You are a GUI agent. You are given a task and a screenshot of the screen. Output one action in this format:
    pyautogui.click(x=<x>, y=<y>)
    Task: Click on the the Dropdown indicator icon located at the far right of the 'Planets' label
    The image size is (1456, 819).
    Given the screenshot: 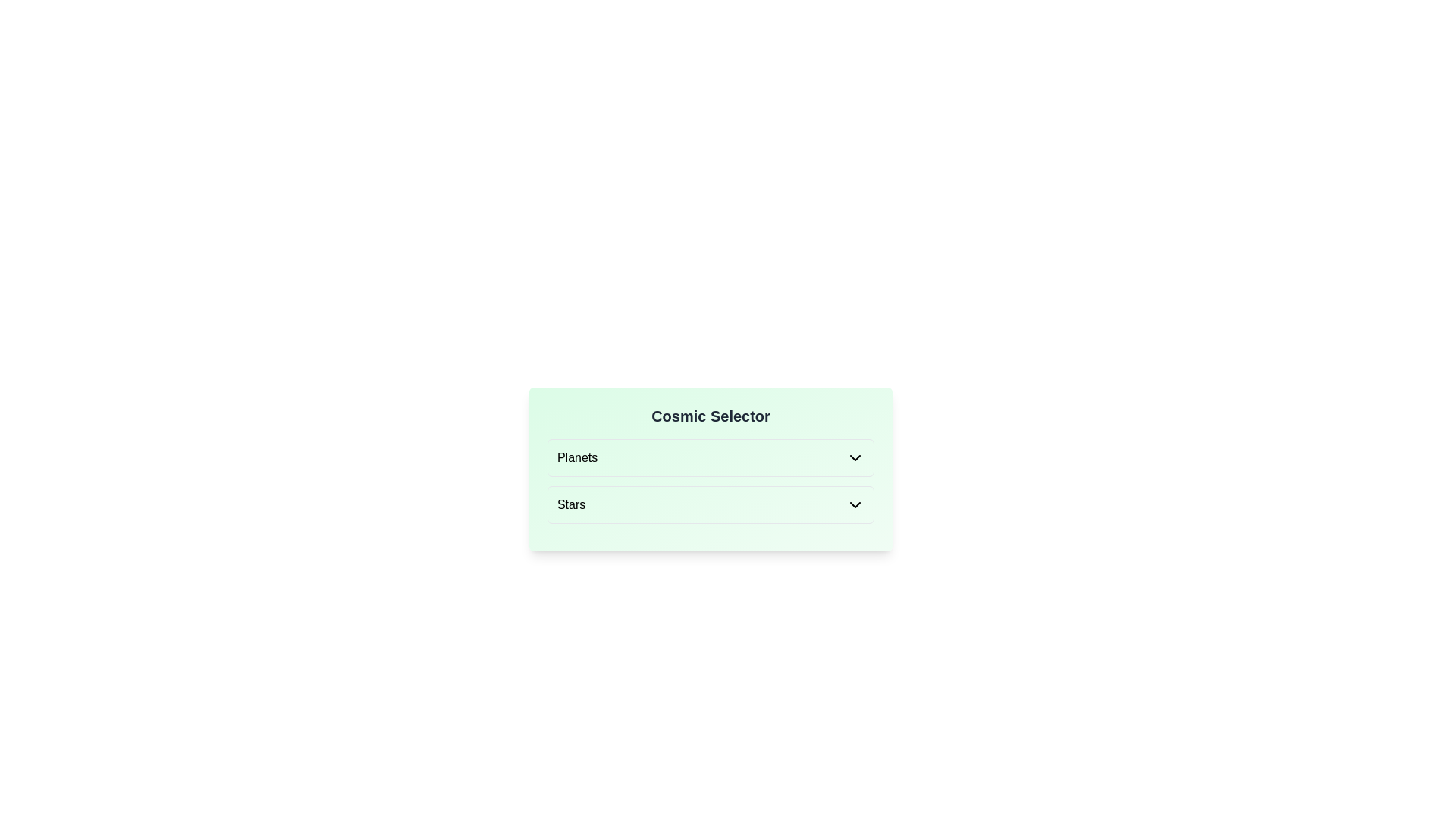 What is the action you would take?
    pyautogui.click(x=855, y=457)
    